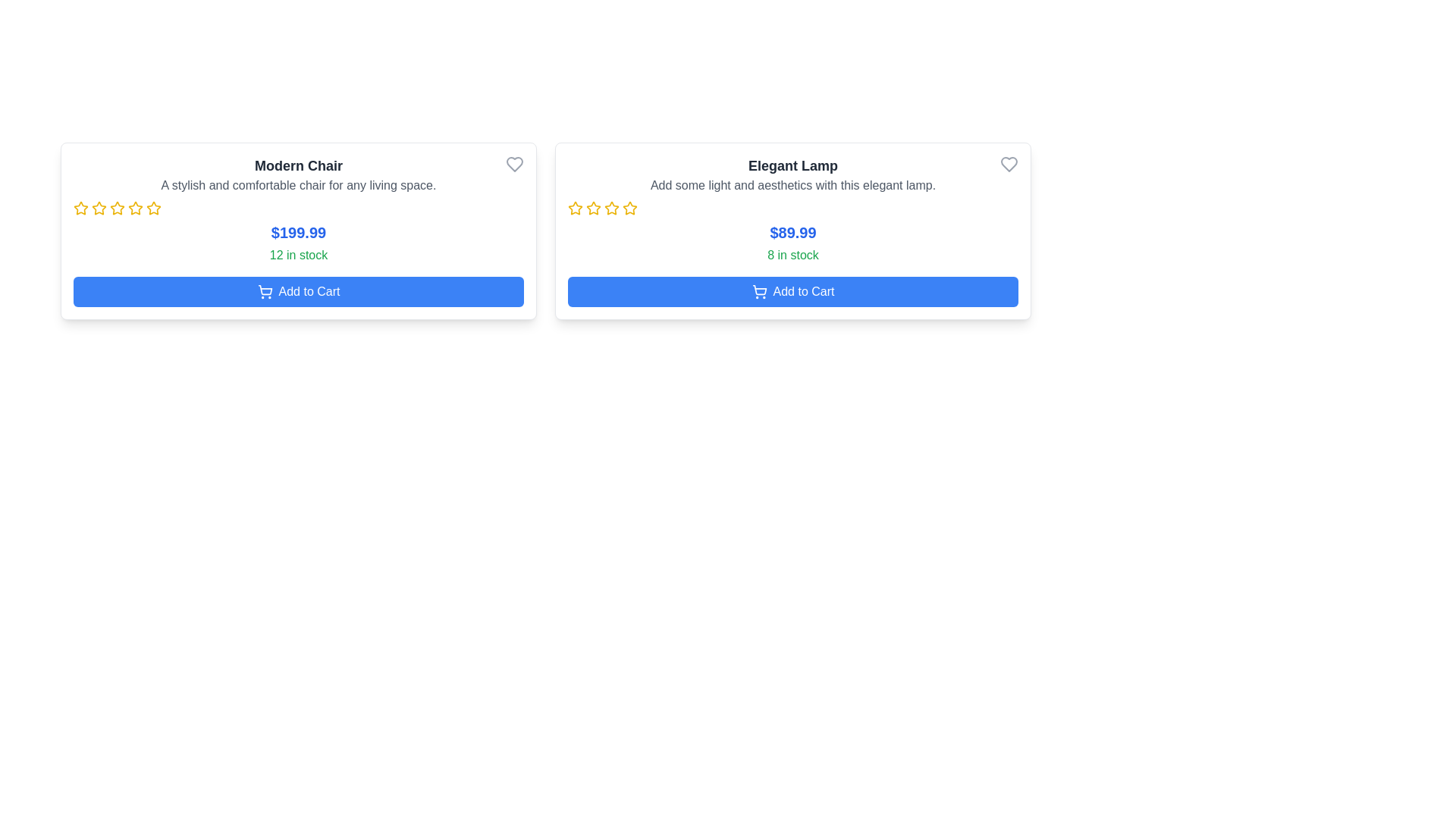  What do you see at coordinates (116, 208) in the screenshot?
I see `the fourth star icon in the rating component for the 'Modern Chair' product card to interact with the rating` at bounding box center [116, 208].